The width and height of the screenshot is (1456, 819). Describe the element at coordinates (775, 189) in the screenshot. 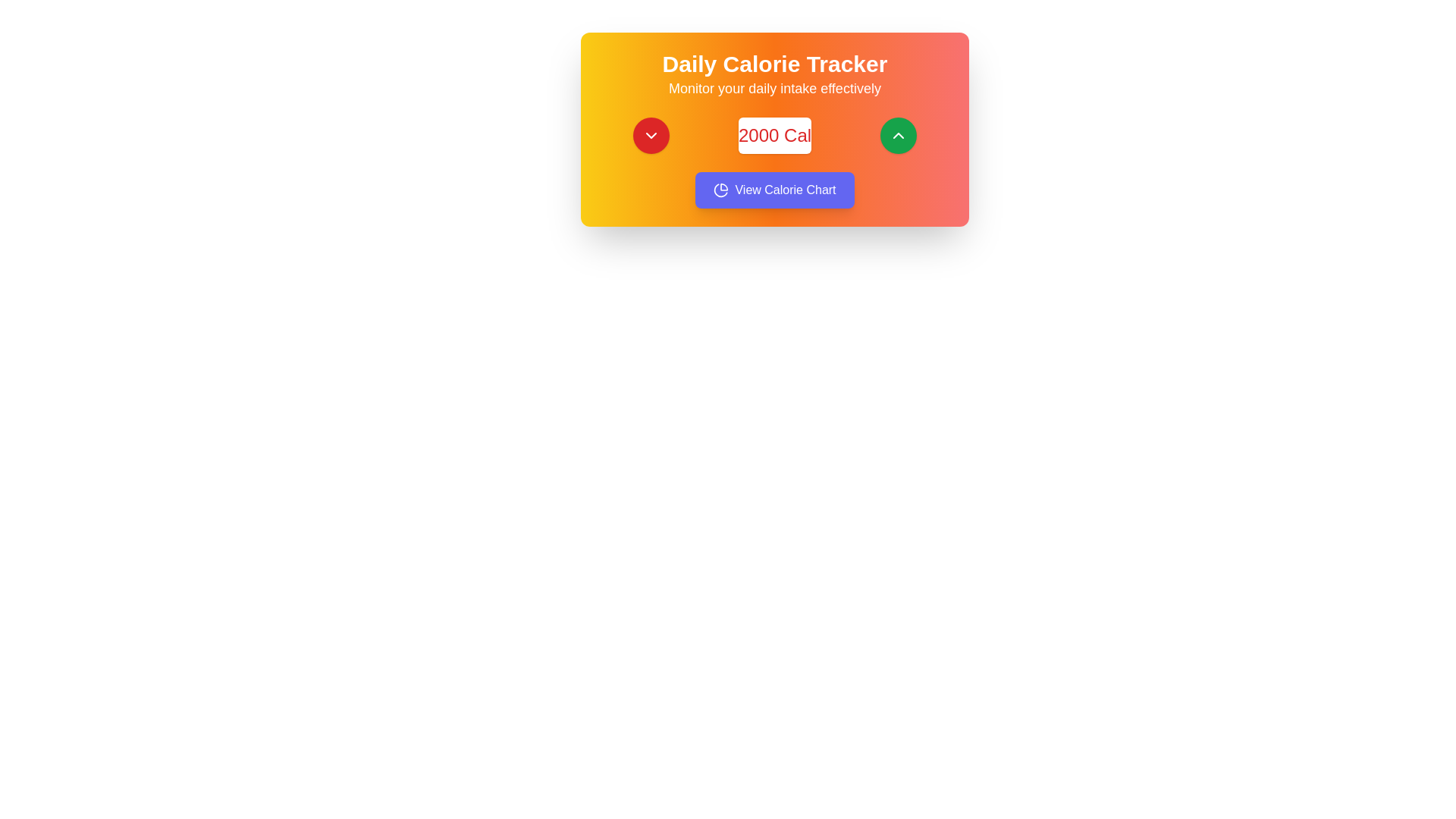

I see `the 'View Calorie Chart' button with a purple background, which is located at the bottom center of the 'Daily Calorie Tracker' card` at that location.